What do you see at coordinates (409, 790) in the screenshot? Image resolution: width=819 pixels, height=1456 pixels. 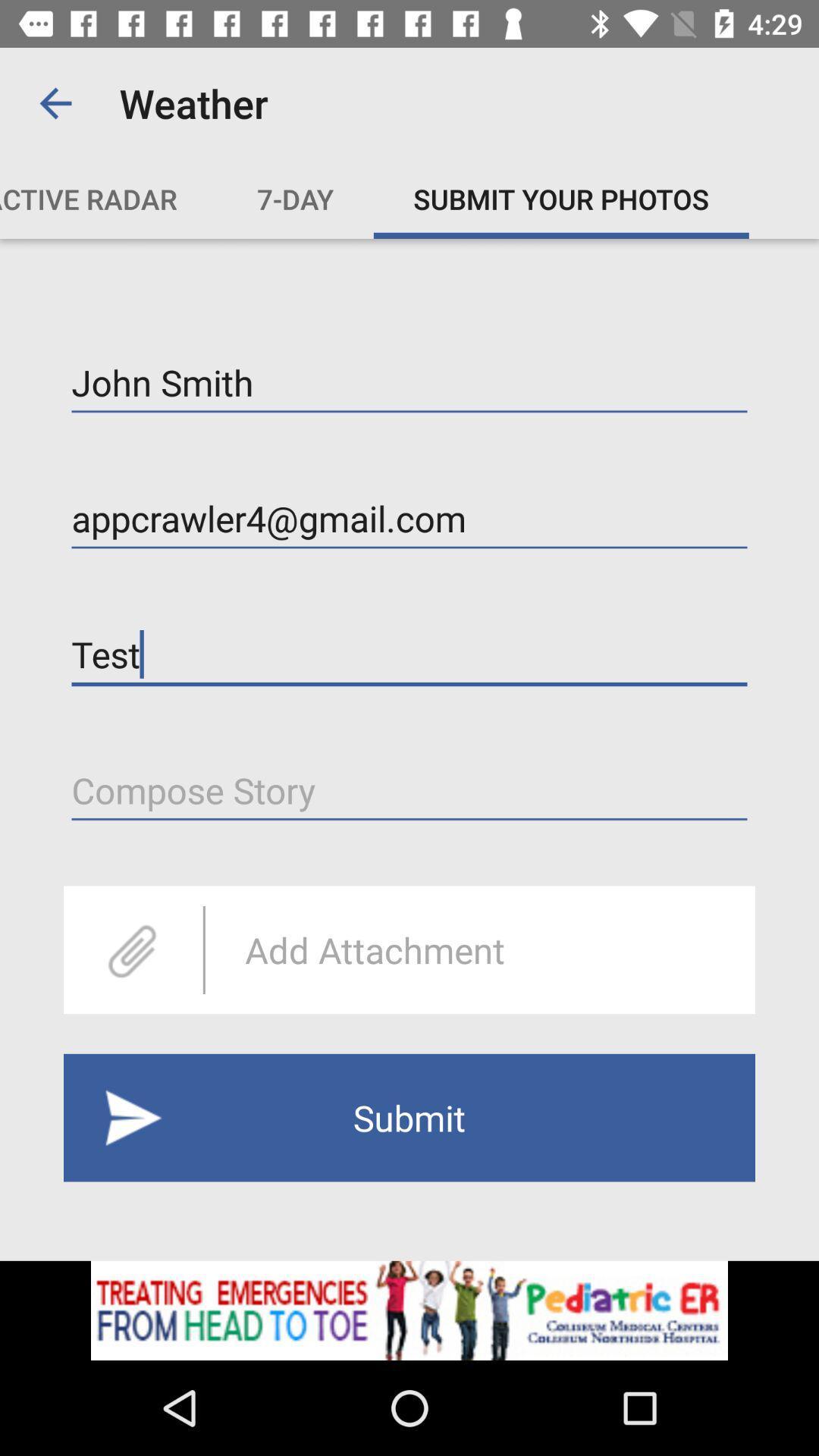 I see `compose story` at bounding box center [409, 790].